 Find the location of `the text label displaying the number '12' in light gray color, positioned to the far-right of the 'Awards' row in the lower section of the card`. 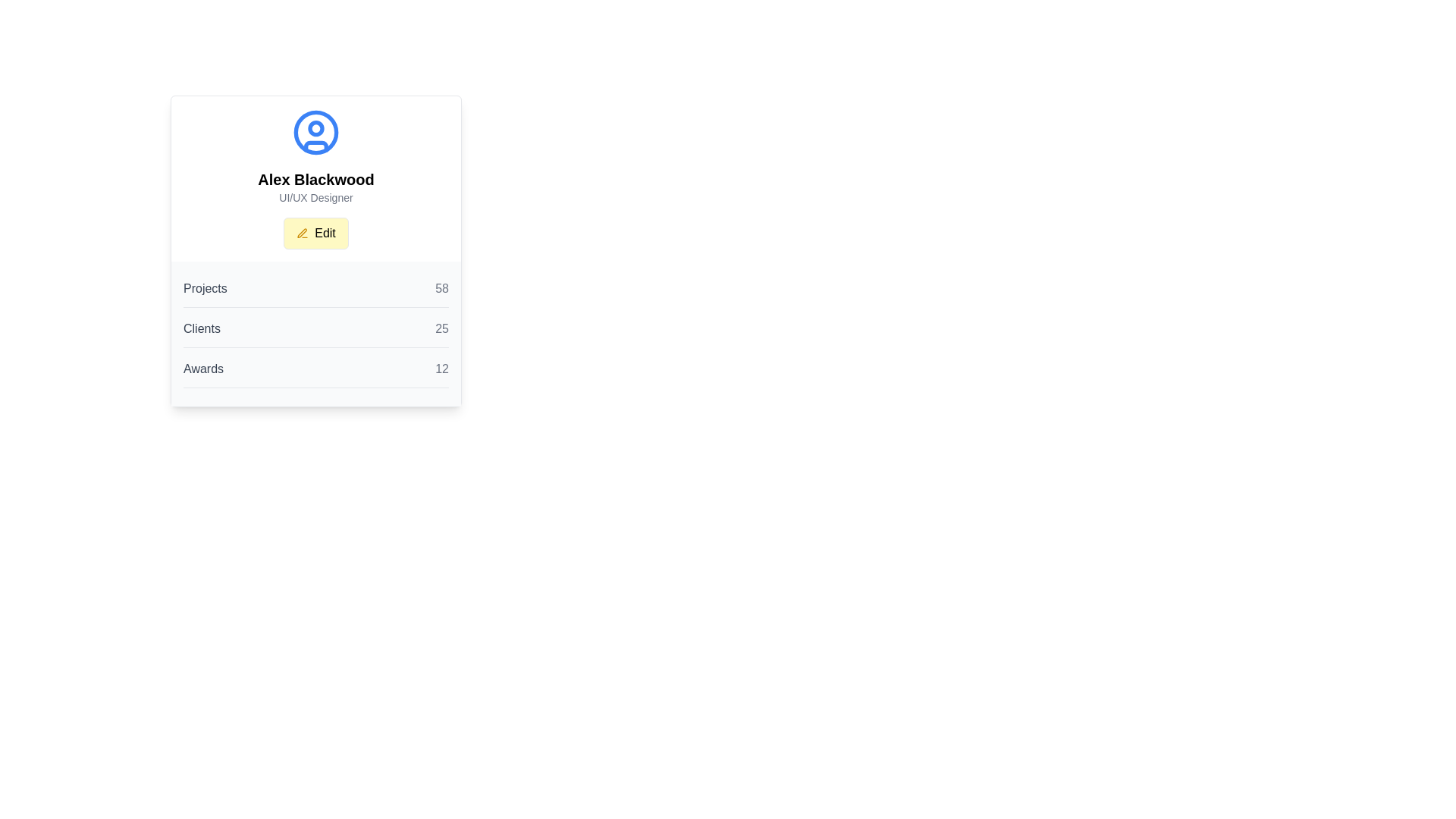

the text label displaying the number '12' in light gray color, positioned to the far-right of the 'Awards' row in the lower section of the card is located at coordinates (441, 369).